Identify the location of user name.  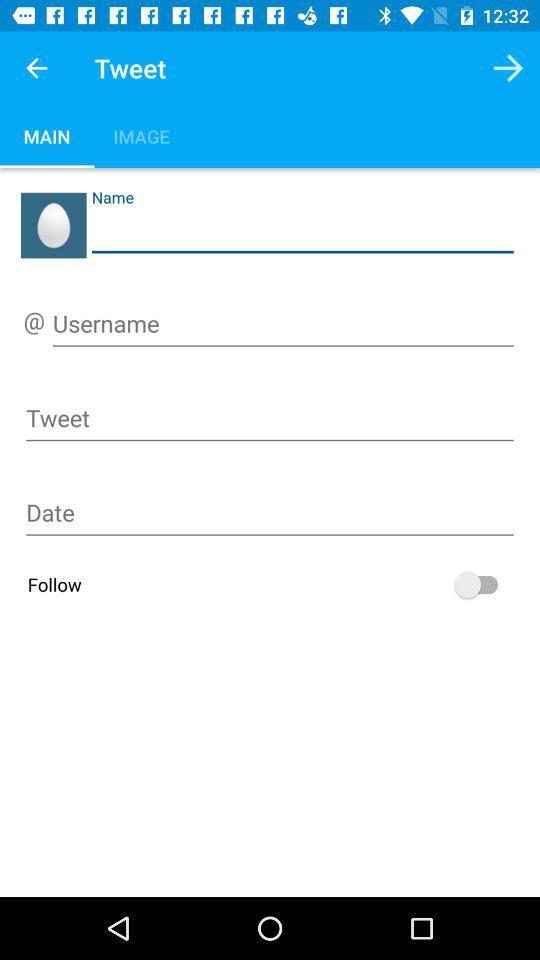
(282, 327).